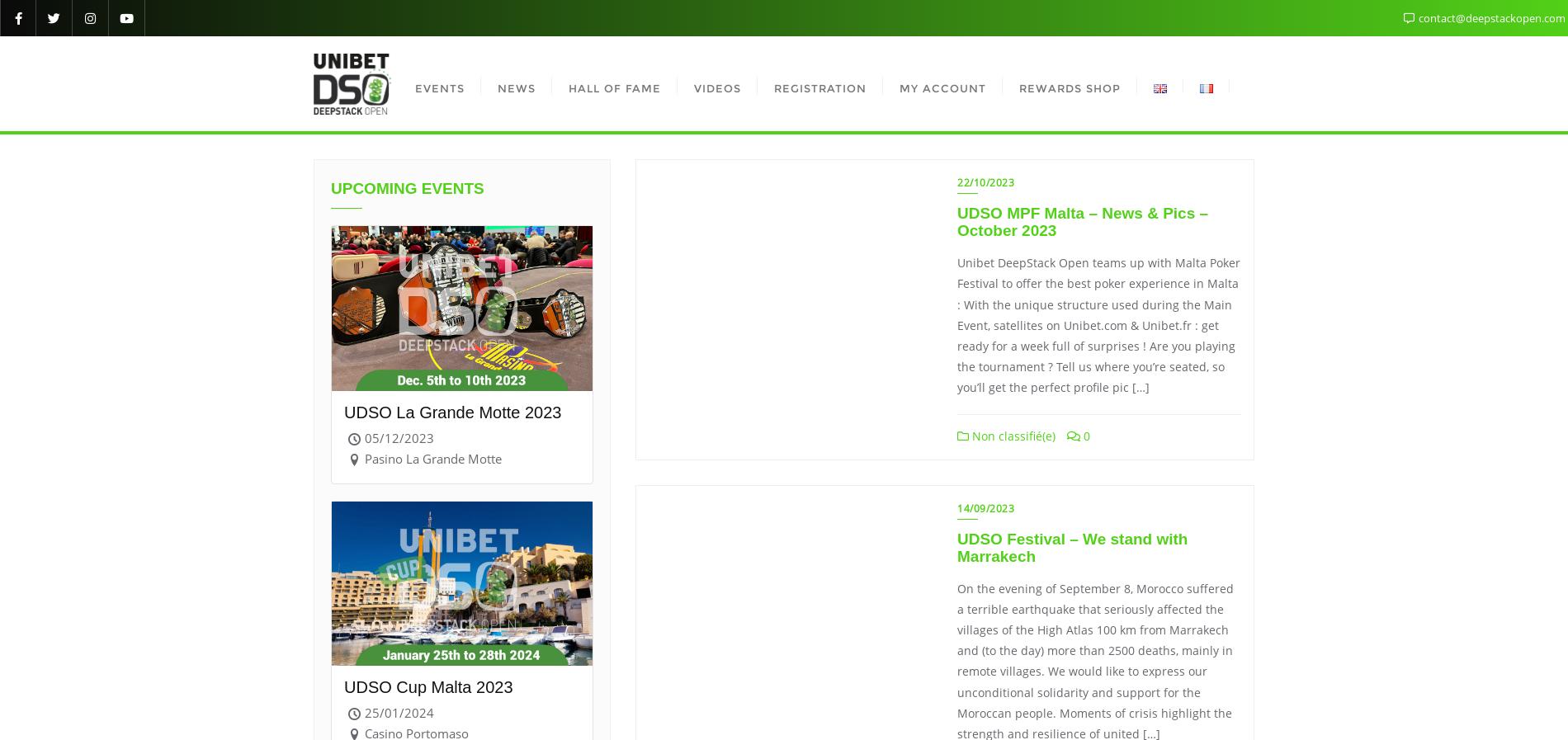  Describe the element at coordinates (452, 412) in the screenshot. I see `'UDSO La Grande Motte 2023'` at that location.